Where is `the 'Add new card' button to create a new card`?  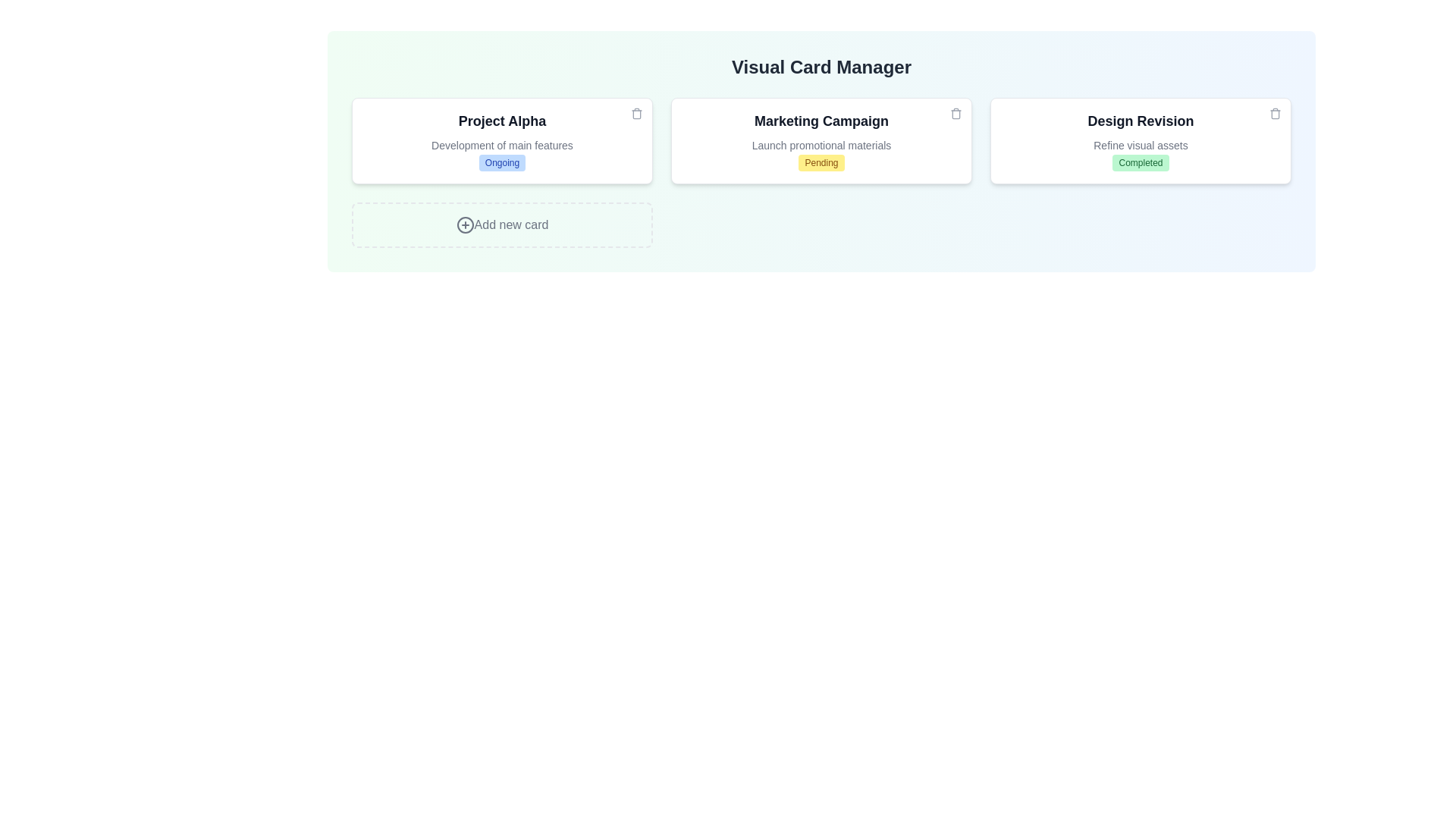
the 'Add new card' button to create a new card is located at coordinates (502, 225).